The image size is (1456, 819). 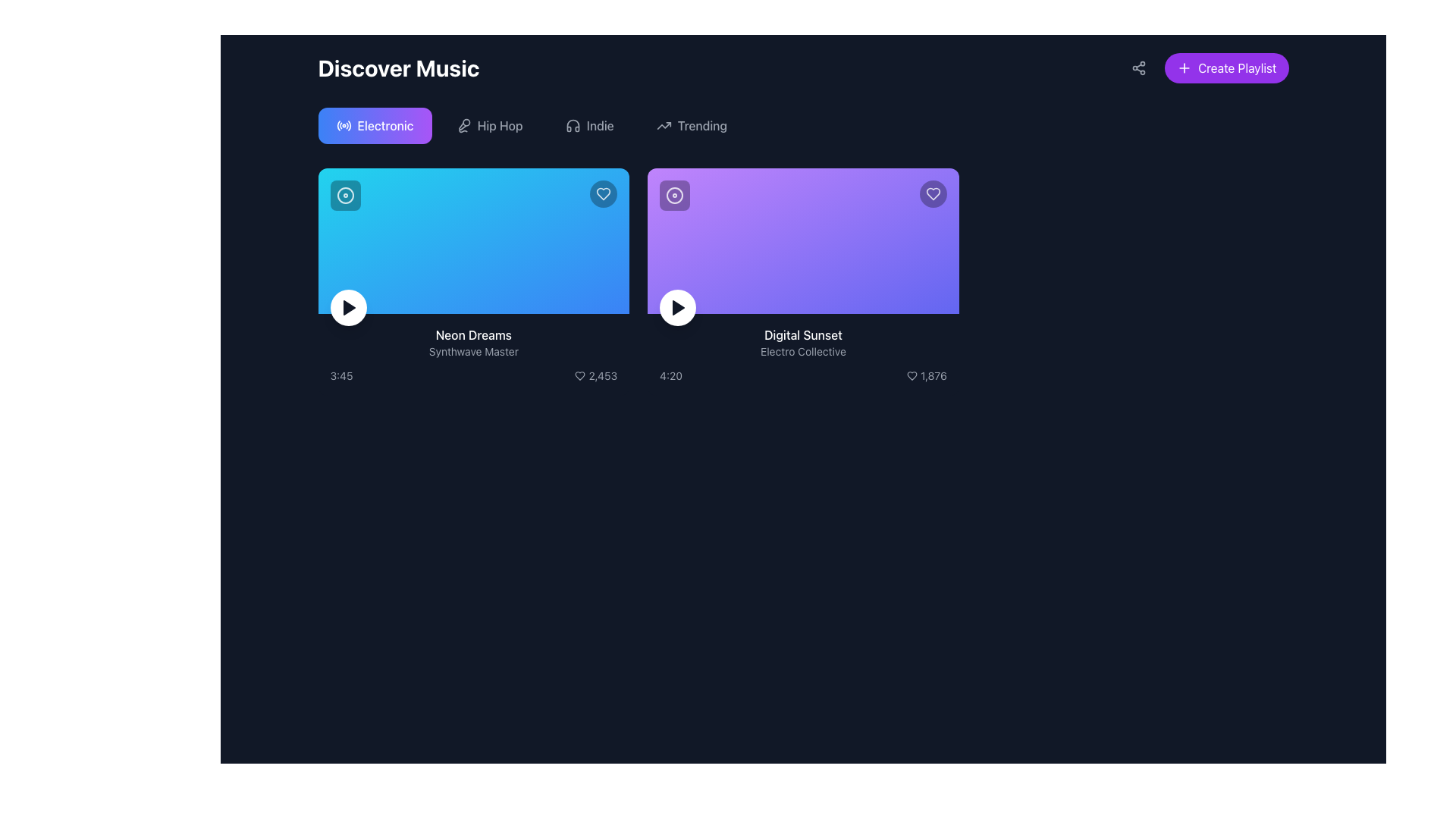 I want to click on the icon within the 'Create Playlist' button, which is located to the left of the 'Create Playlist' text, so click(x=1184, y=67).